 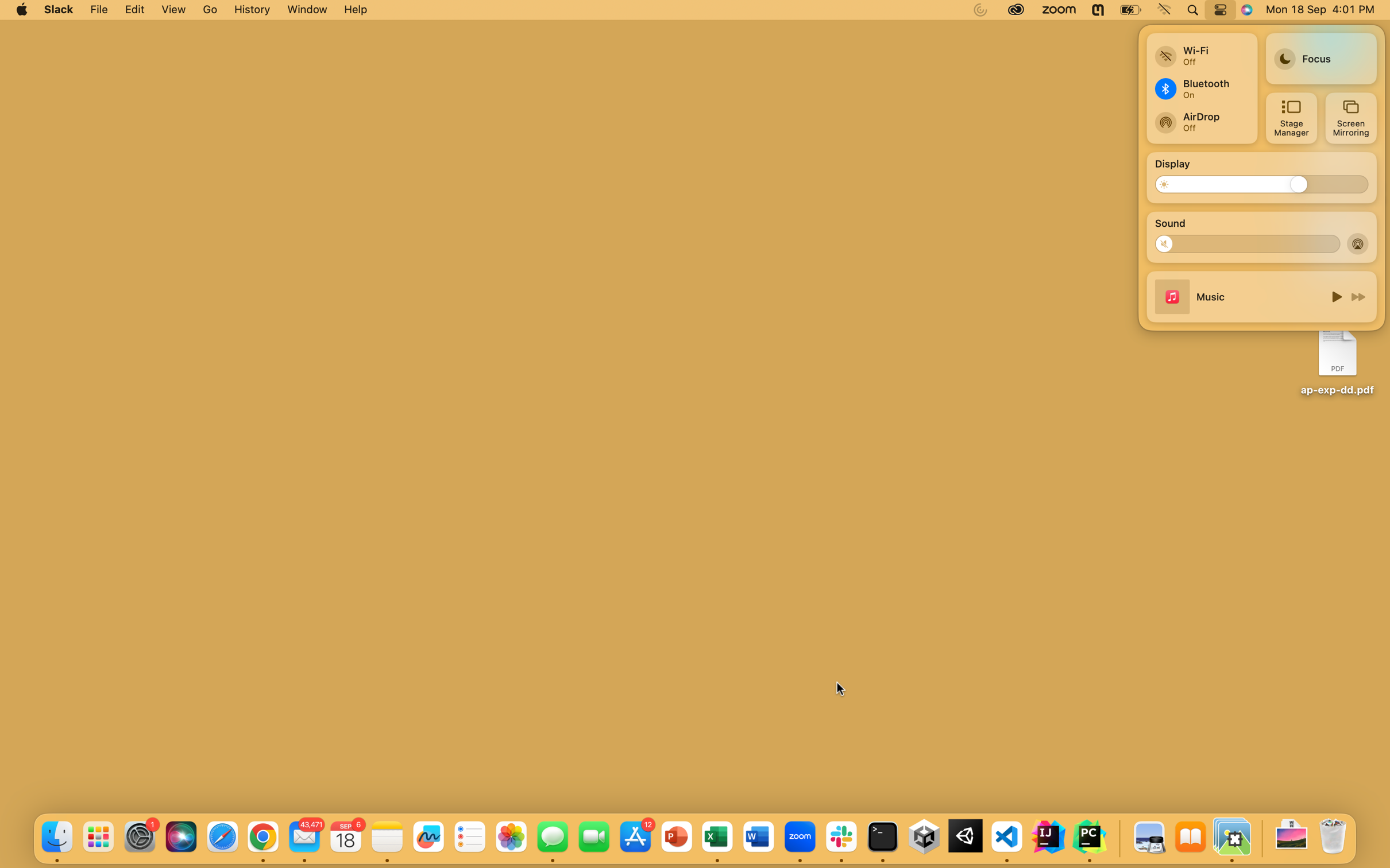 I want to click on Mute the volume, so click(x=1169, y=243).